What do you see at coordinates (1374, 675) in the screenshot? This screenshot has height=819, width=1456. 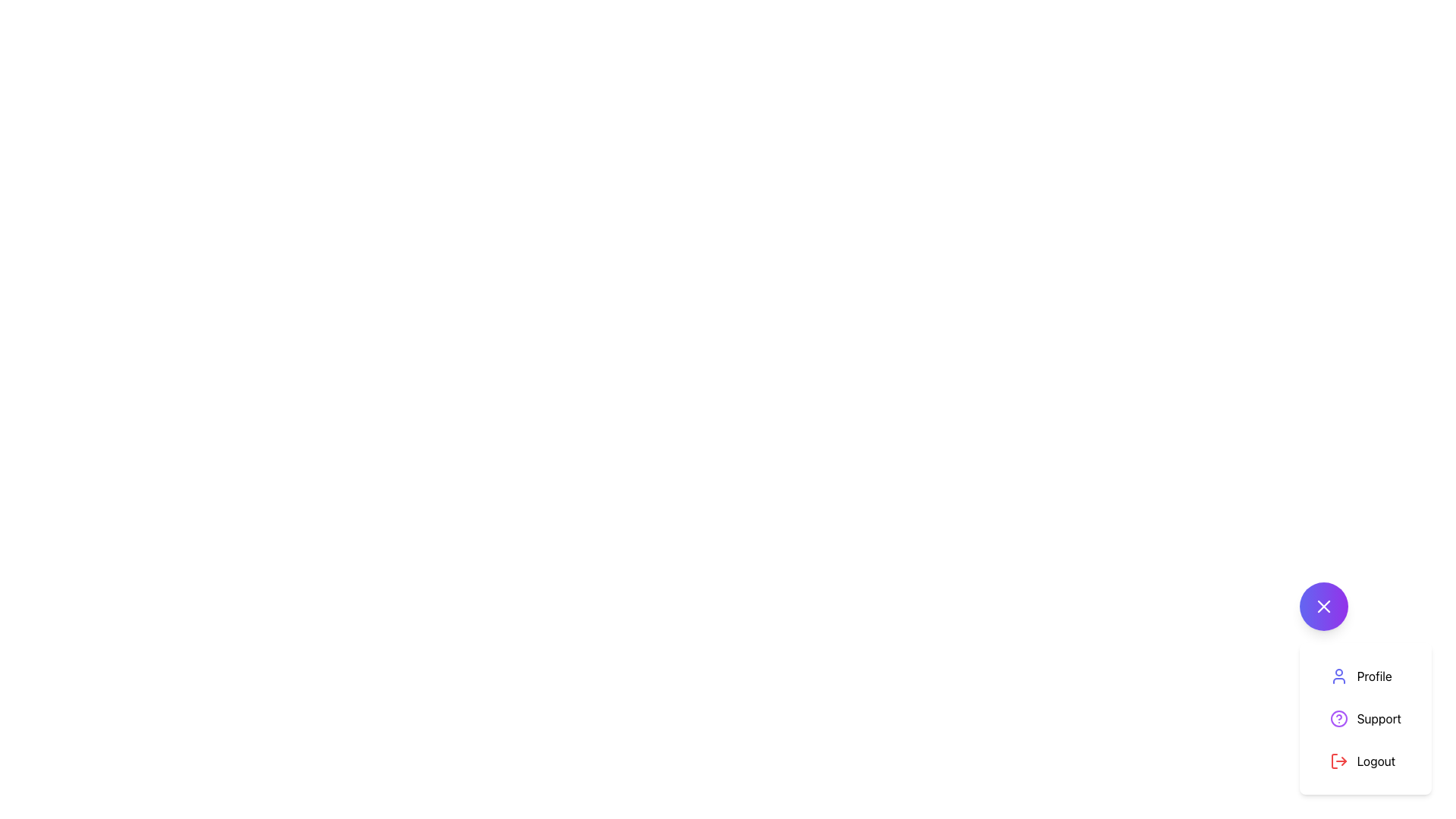 I see `the 'Profile' text label element, which is styled in a sans-serif font, black against a white background, located in the top-right corner of the user menu interface, rightmost in alignment with a user icon on the left` at bounding box center [1374, 675].